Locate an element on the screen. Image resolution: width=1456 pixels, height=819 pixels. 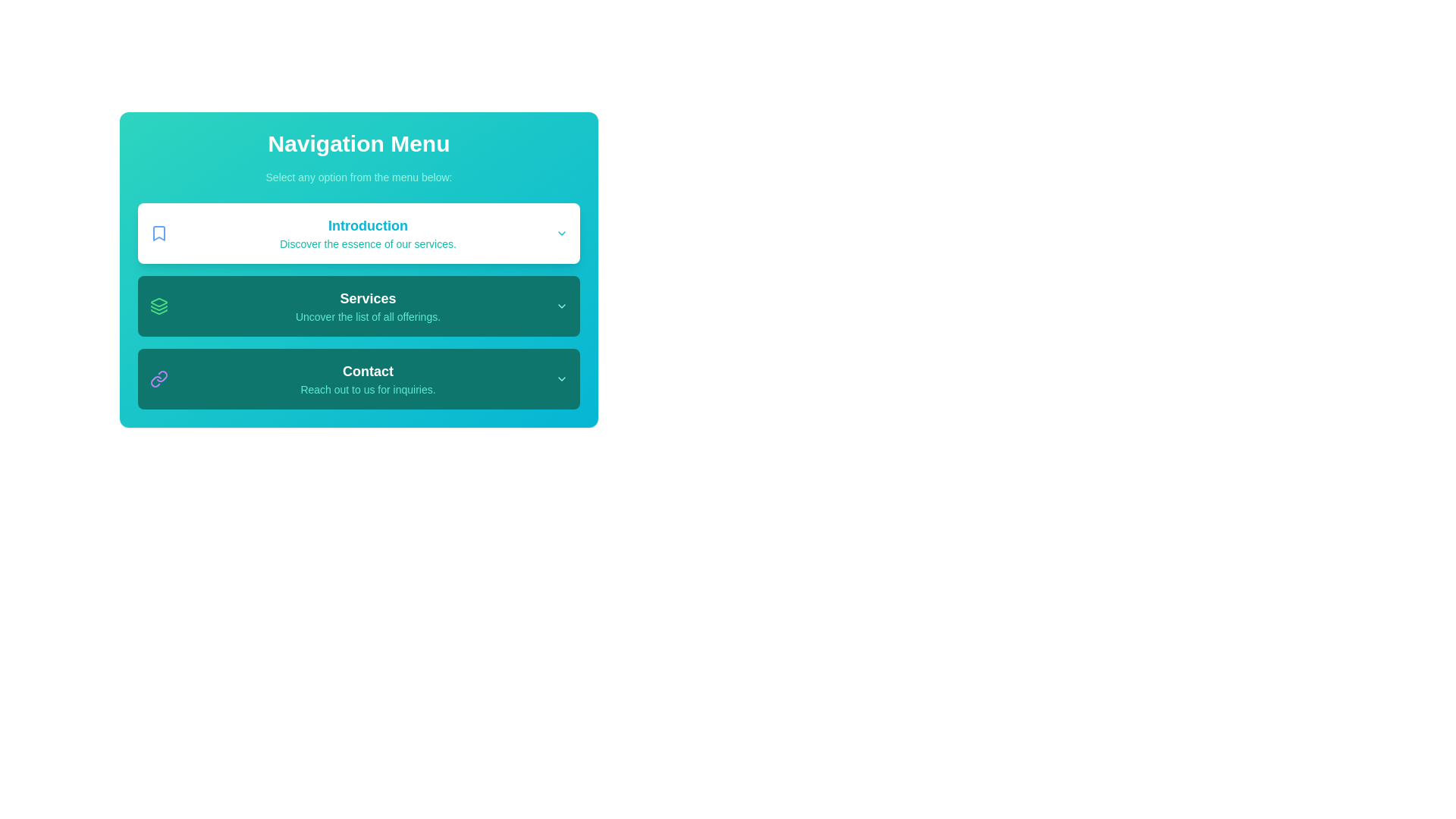
the downward-pointing chevron icon located on the far right side of the 'Contact' section in the menu, which has a teal hue against a darker teal background is located at coordinates (560, 378).